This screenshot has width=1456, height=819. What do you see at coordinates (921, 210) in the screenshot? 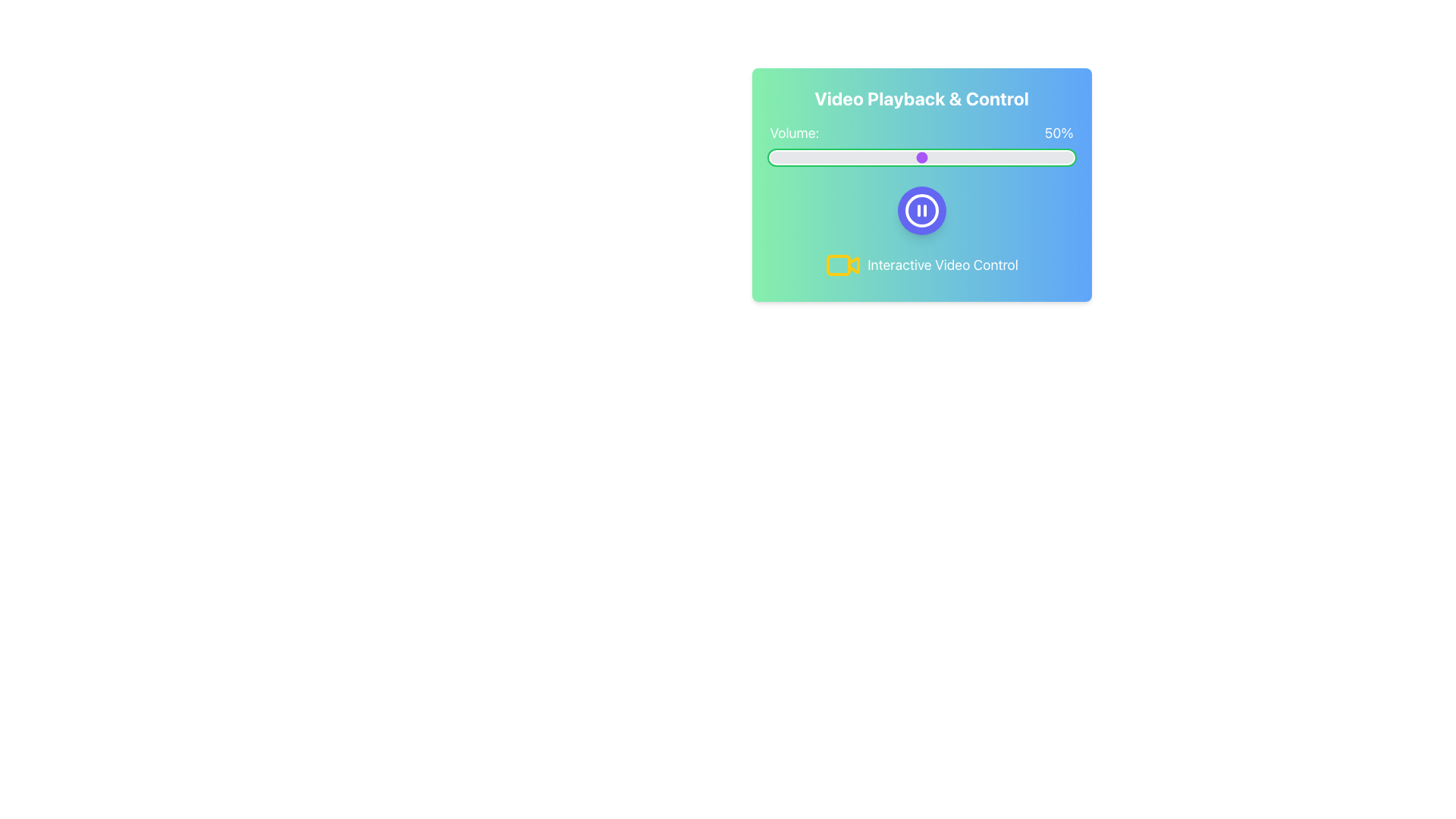
I see `the circular indigo button with a white pause icon` at bounding box center [921, 210].